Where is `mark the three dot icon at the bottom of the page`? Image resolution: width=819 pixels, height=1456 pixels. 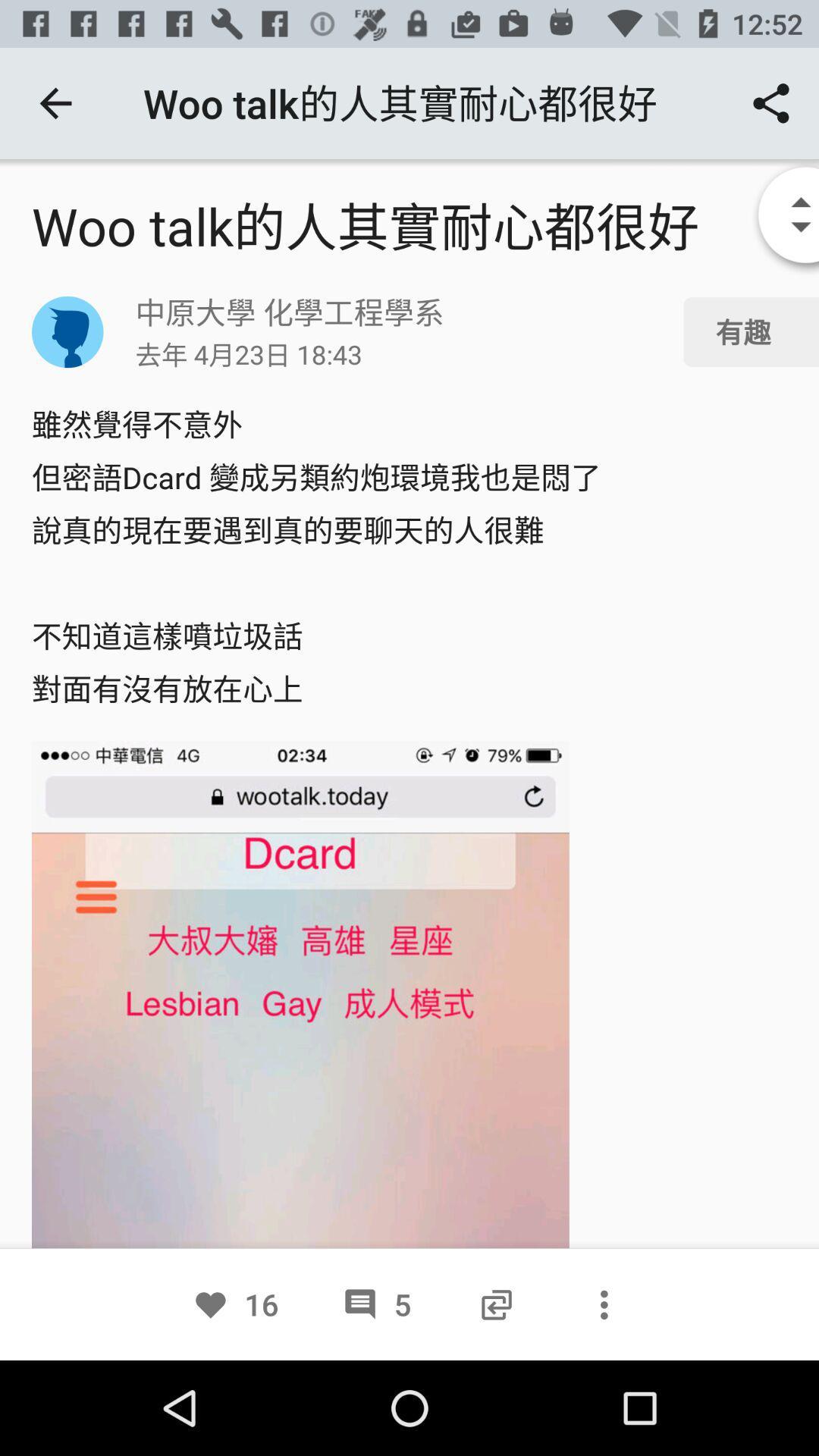
mark the three dot icon at the bottom of the page is located at coordinates (604, 1304).